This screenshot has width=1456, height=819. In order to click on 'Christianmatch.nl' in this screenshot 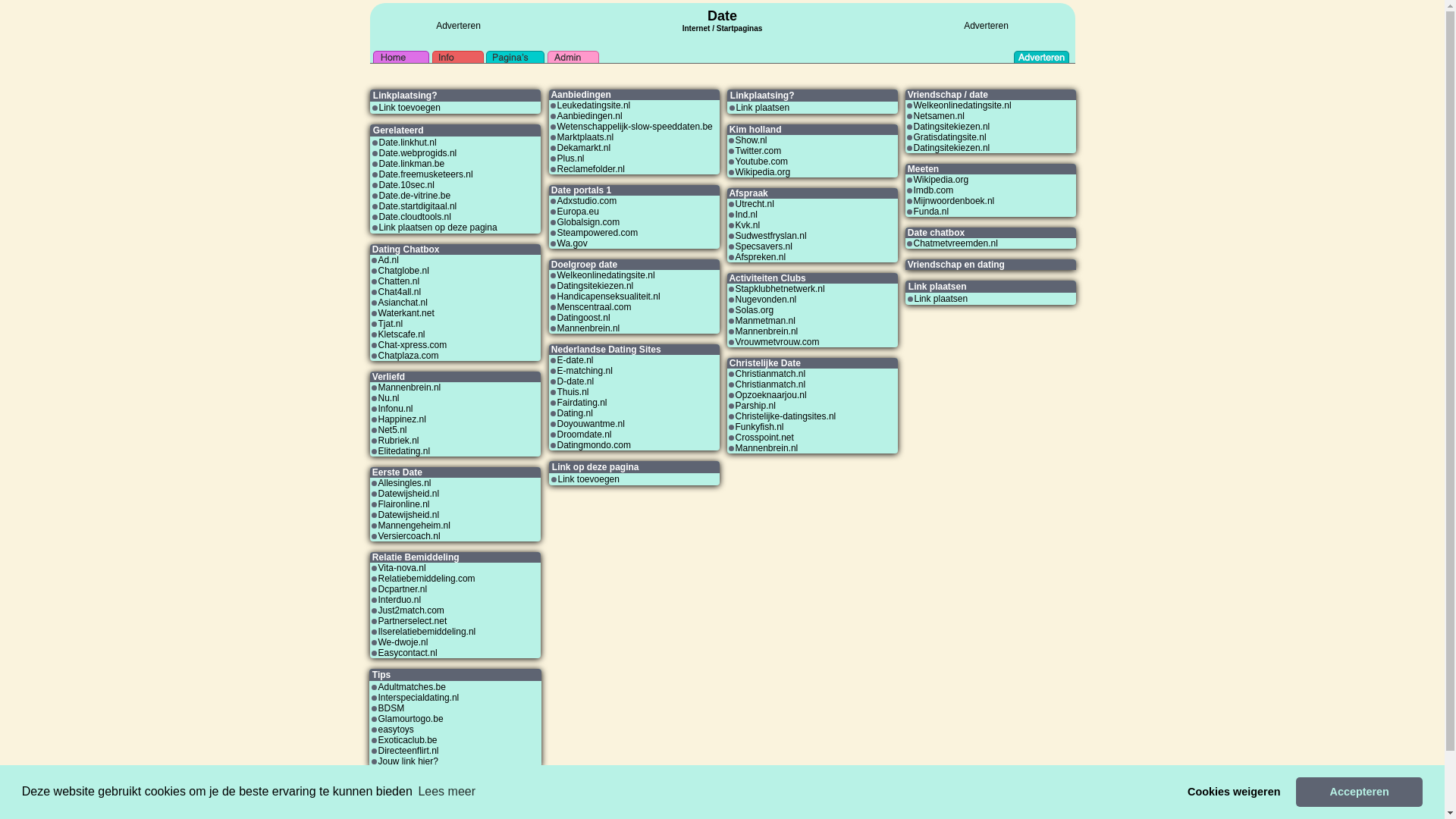, I will do `click(770, 374)`.